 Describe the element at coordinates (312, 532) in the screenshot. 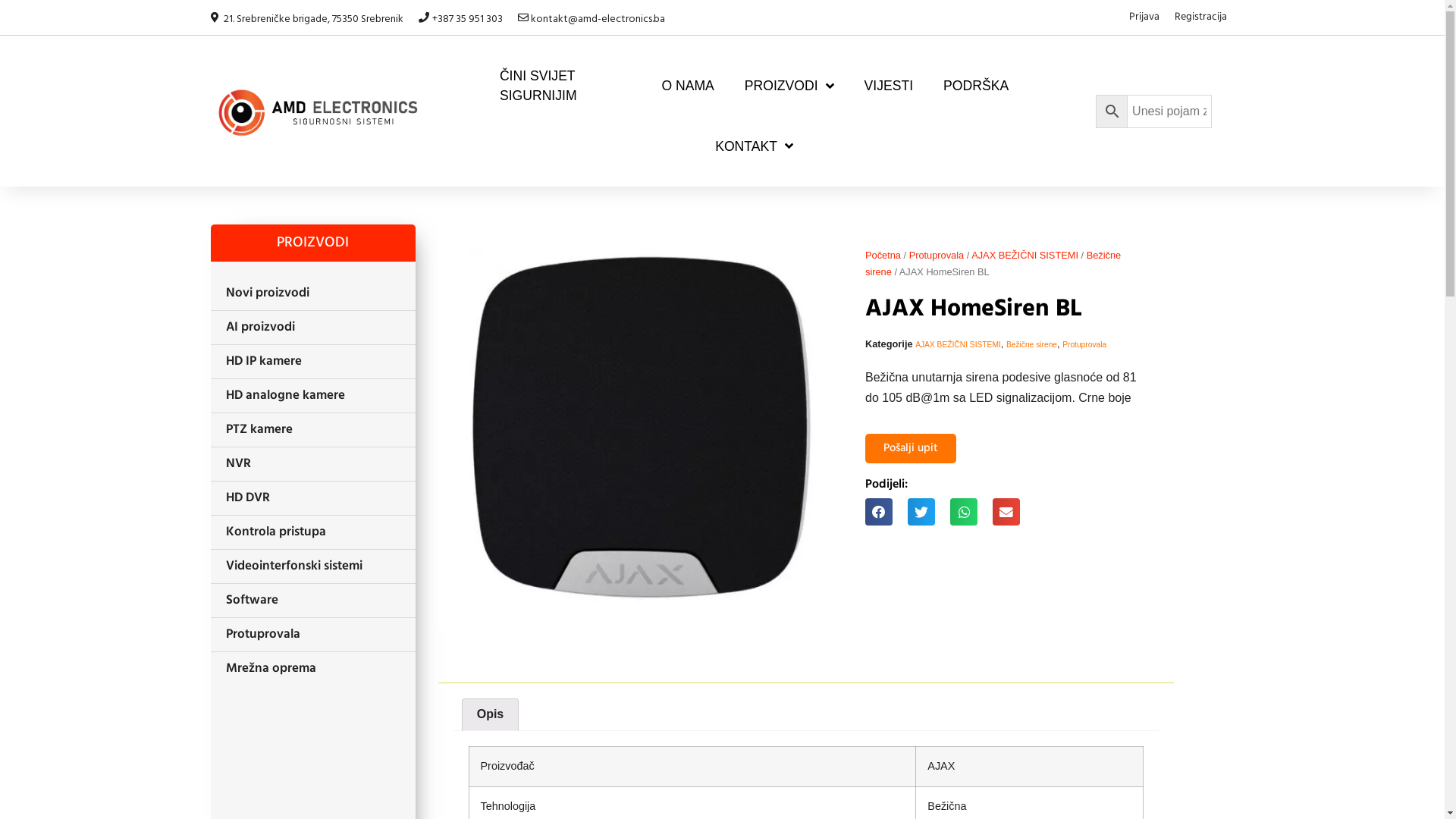

I see `'Kontrola pristupa'` at that location.